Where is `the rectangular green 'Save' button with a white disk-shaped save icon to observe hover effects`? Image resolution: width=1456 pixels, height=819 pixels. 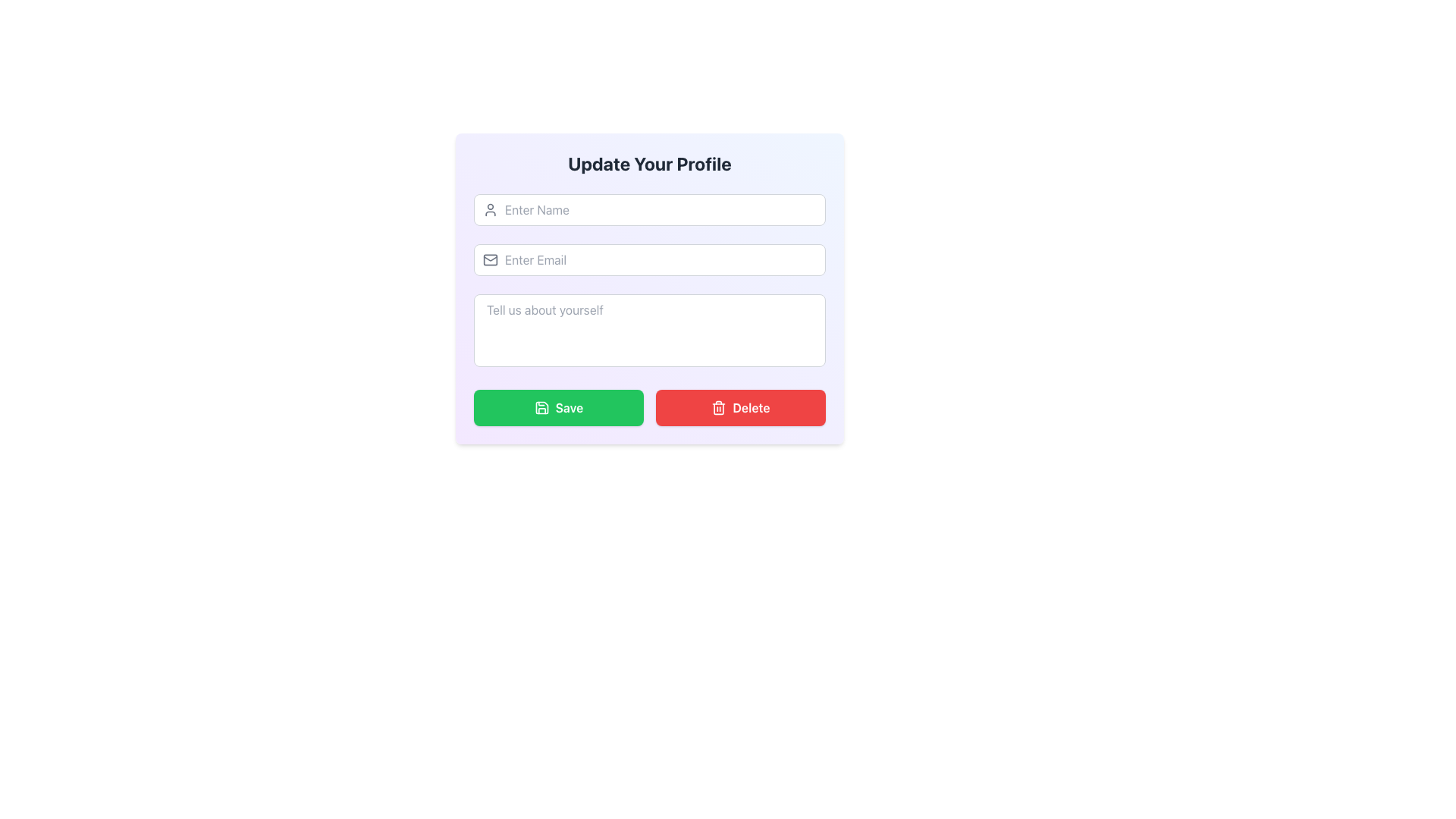
the rectangular green 'Save' button with a white disk-shaped save icon to observe hover effects is located at coordinates (558, 406).